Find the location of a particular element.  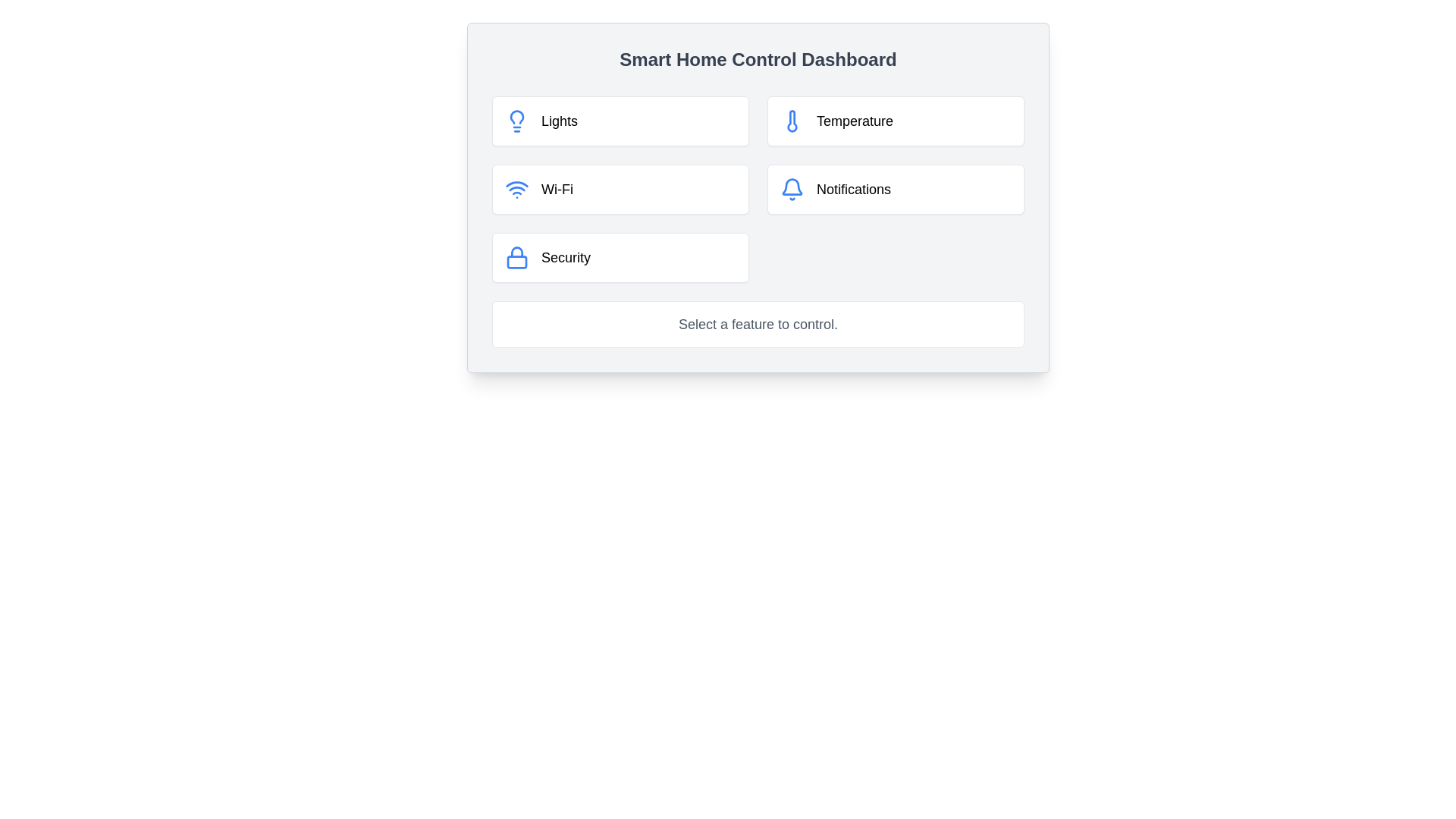

the lighting settings button located at the top-left corner of the grid layout is located at coordinates (620, 120).